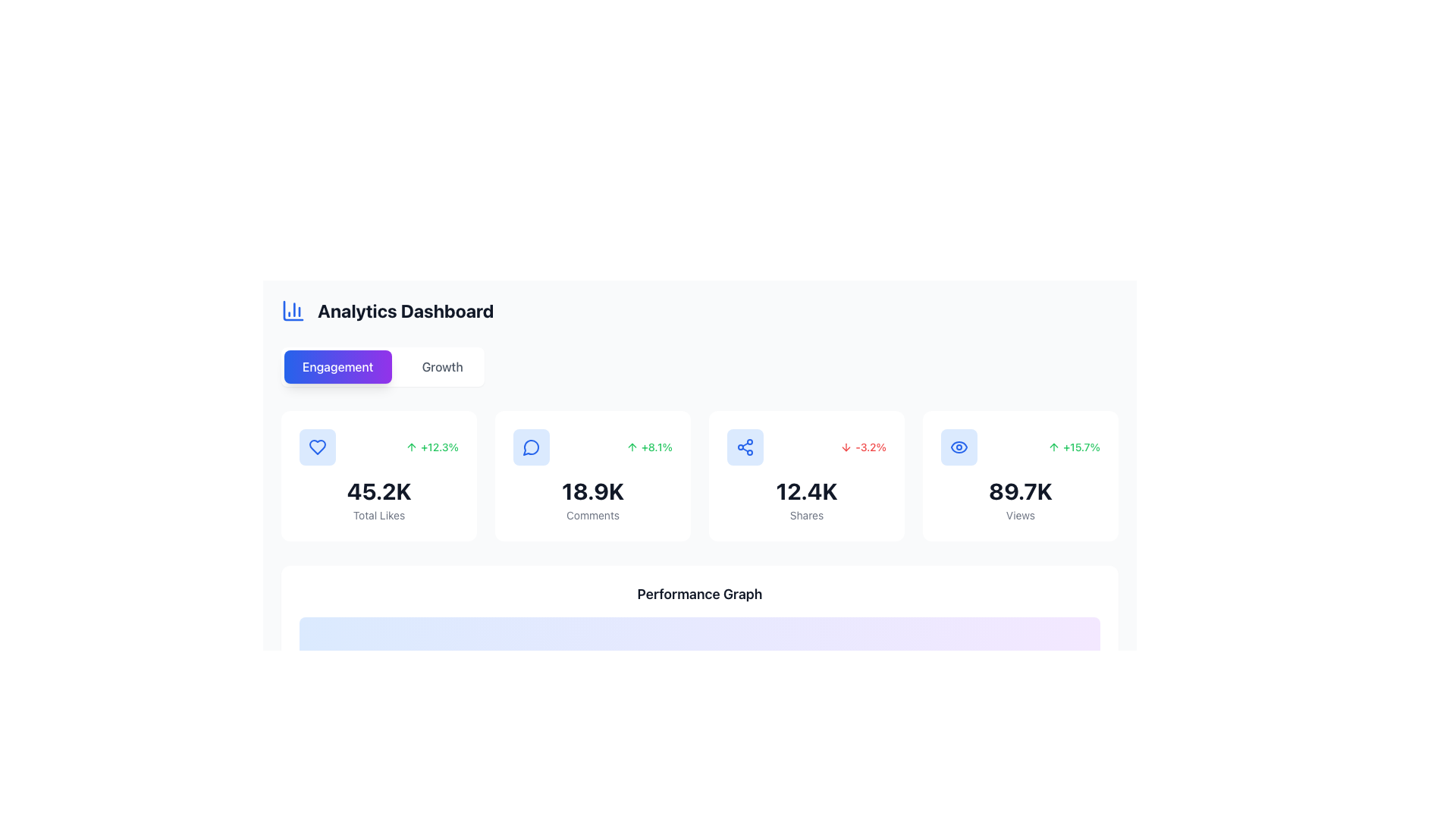  What do you see at coordinates (1020, 491) in the screenshot?
I see `the text label displaying the number of views in the analytics dashboard, which is the fourth card from the left under the 'Engagement' section` at bounding box center [1020, 491].